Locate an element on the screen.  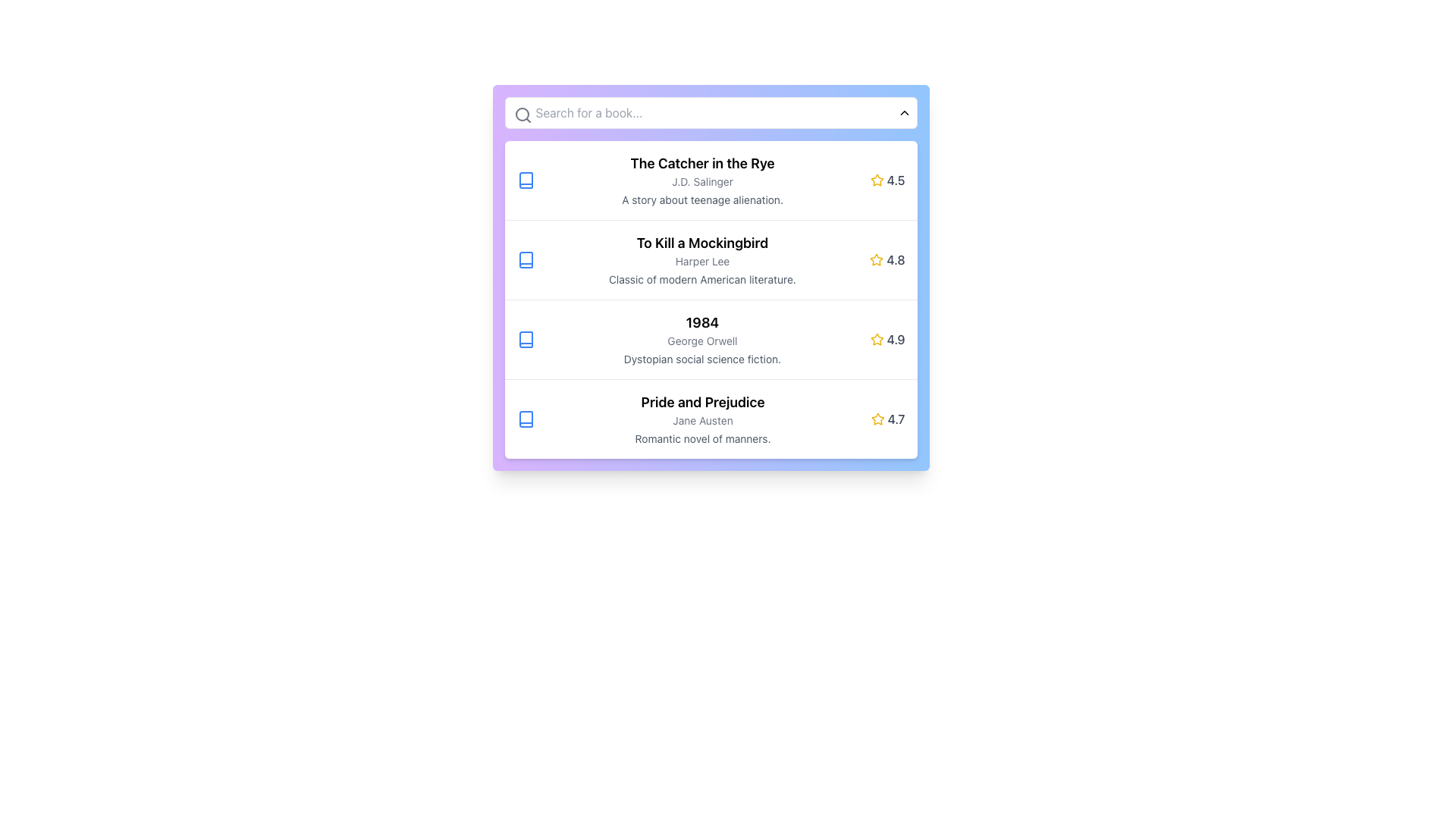
description text located in the text label beneath the title 'To Kill a Mockingbird' and author 'Harper Lee' within the book entry card is located at coordinates (701, 280).